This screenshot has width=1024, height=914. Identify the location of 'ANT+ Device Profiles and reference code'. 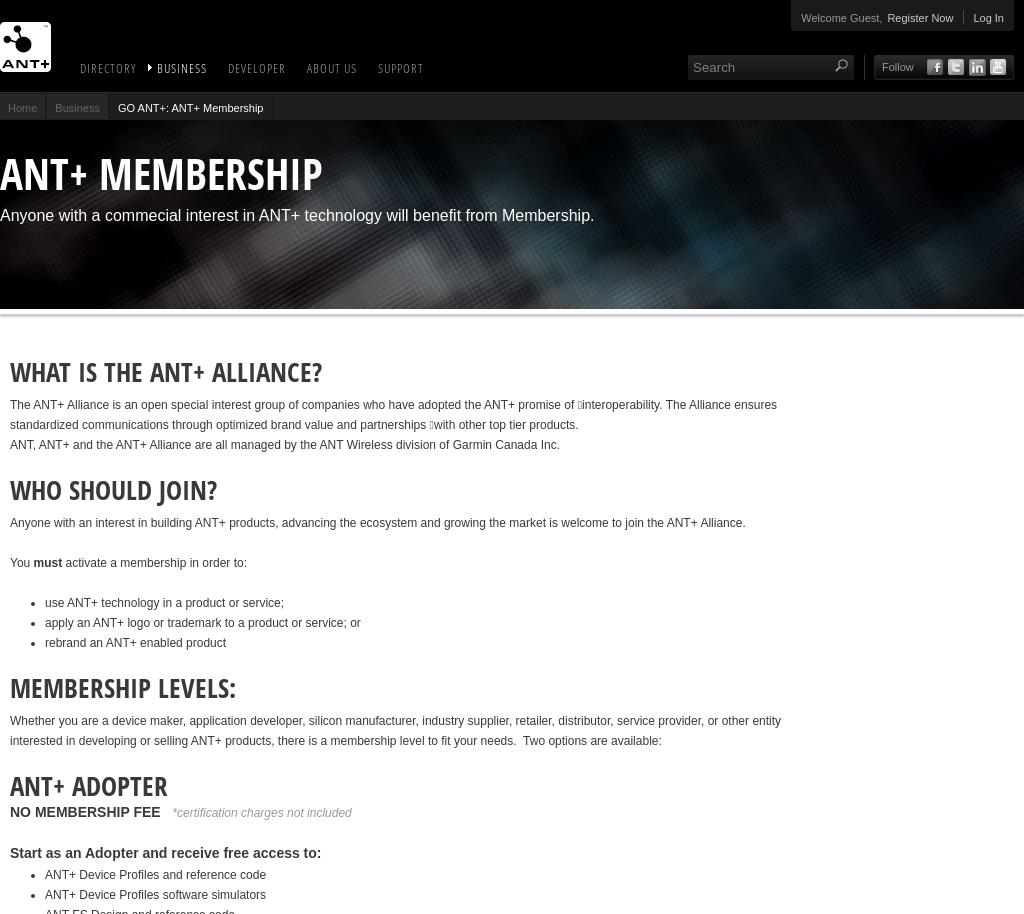
(154, 873).